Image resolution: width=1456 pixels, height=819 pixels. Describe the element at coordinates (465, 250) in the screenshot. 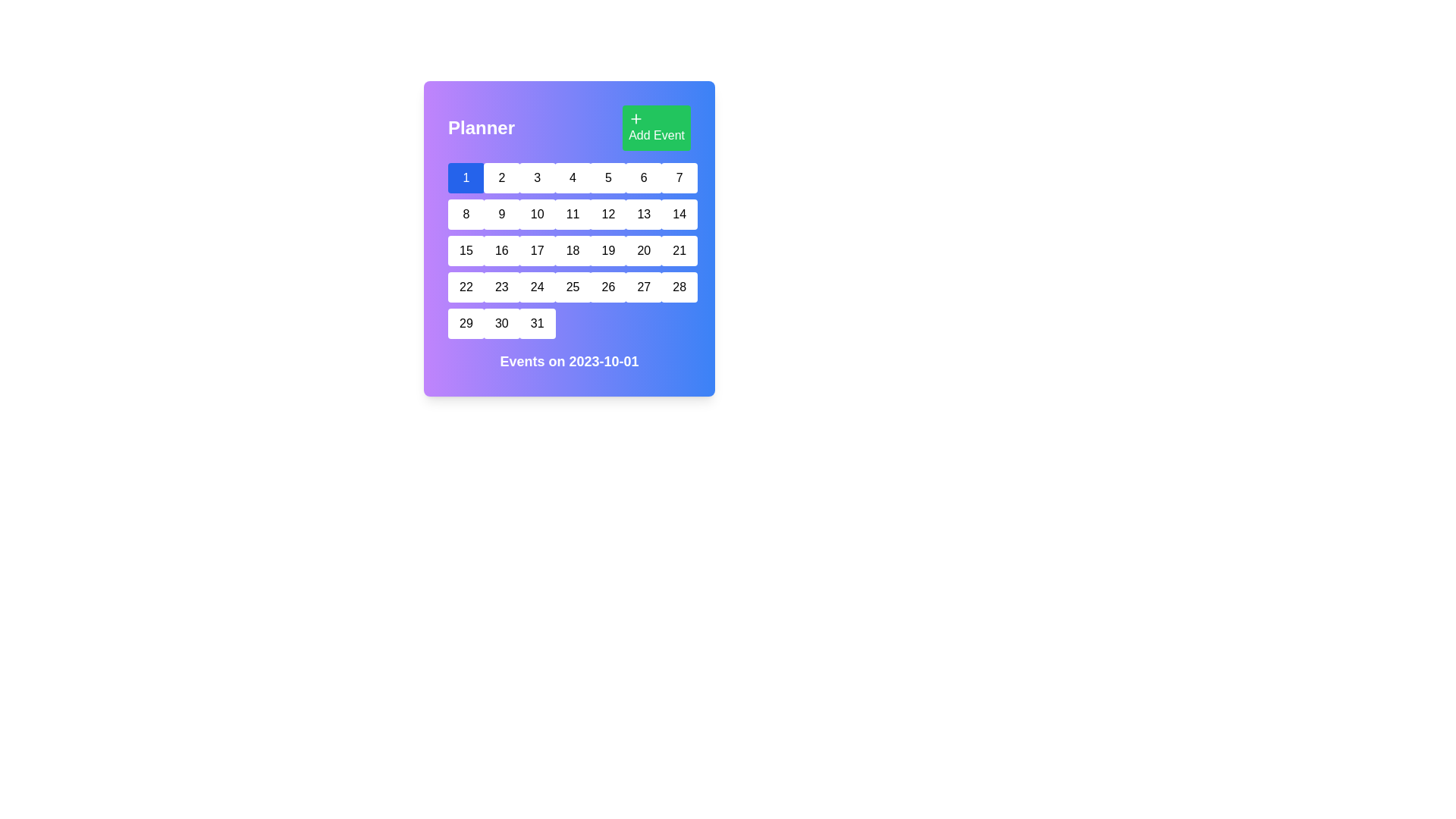

I see `the calendar button located in the third row and first column of a grid layout` at that location.